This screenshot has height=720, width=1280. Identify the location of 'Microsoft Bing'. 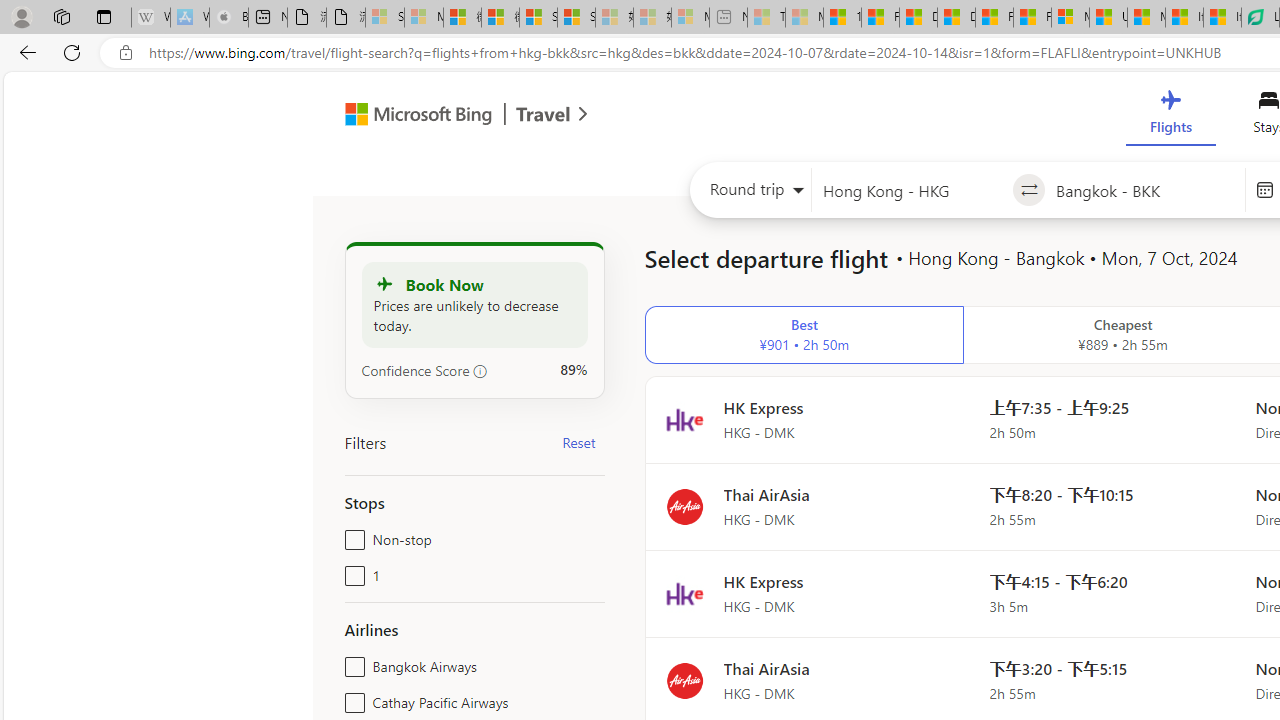
(409, 117).